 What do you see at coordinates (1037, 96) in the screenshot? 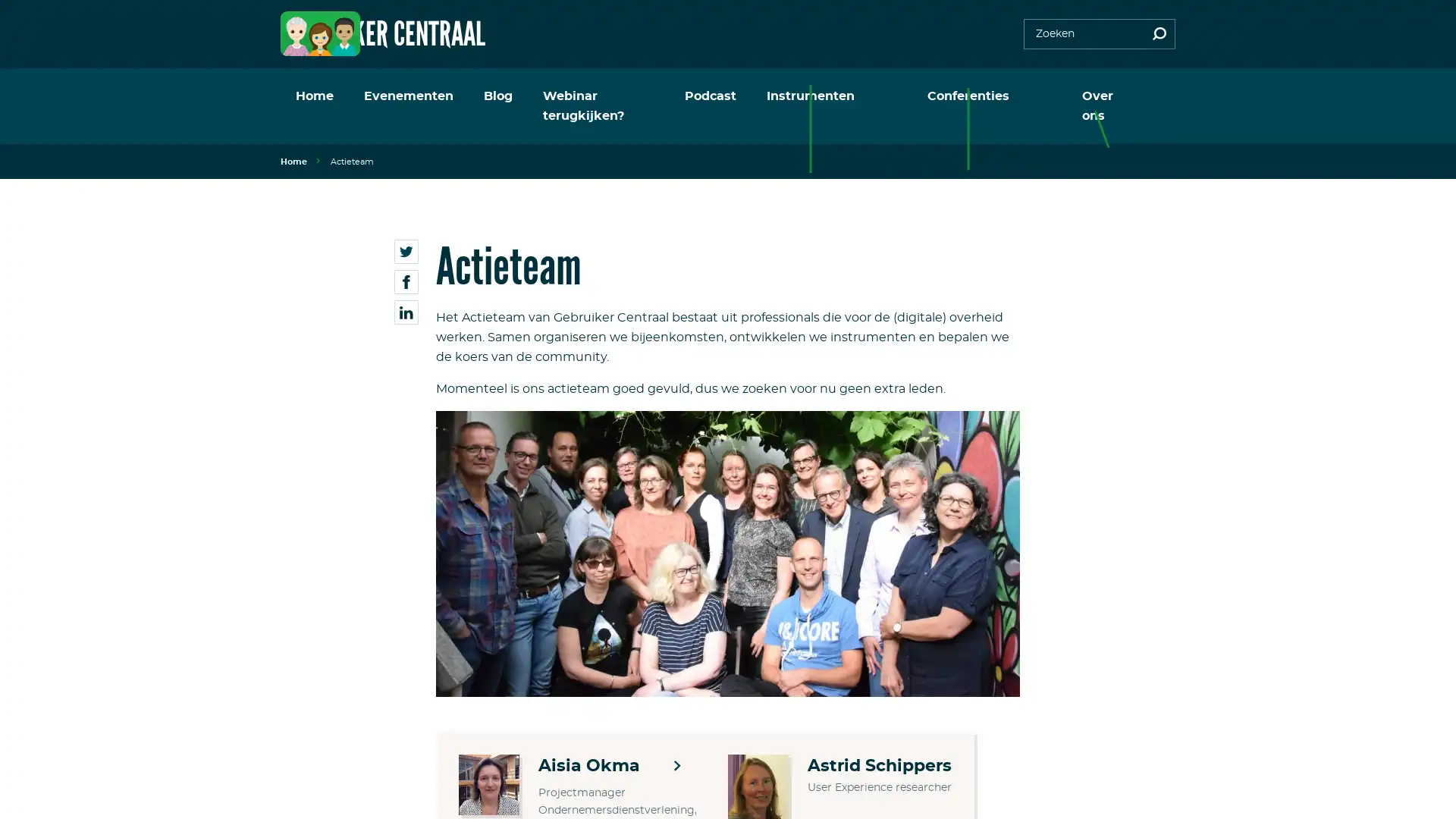
I see `Toon submenu voor Conferenties` at bounding box center [1037, 96].